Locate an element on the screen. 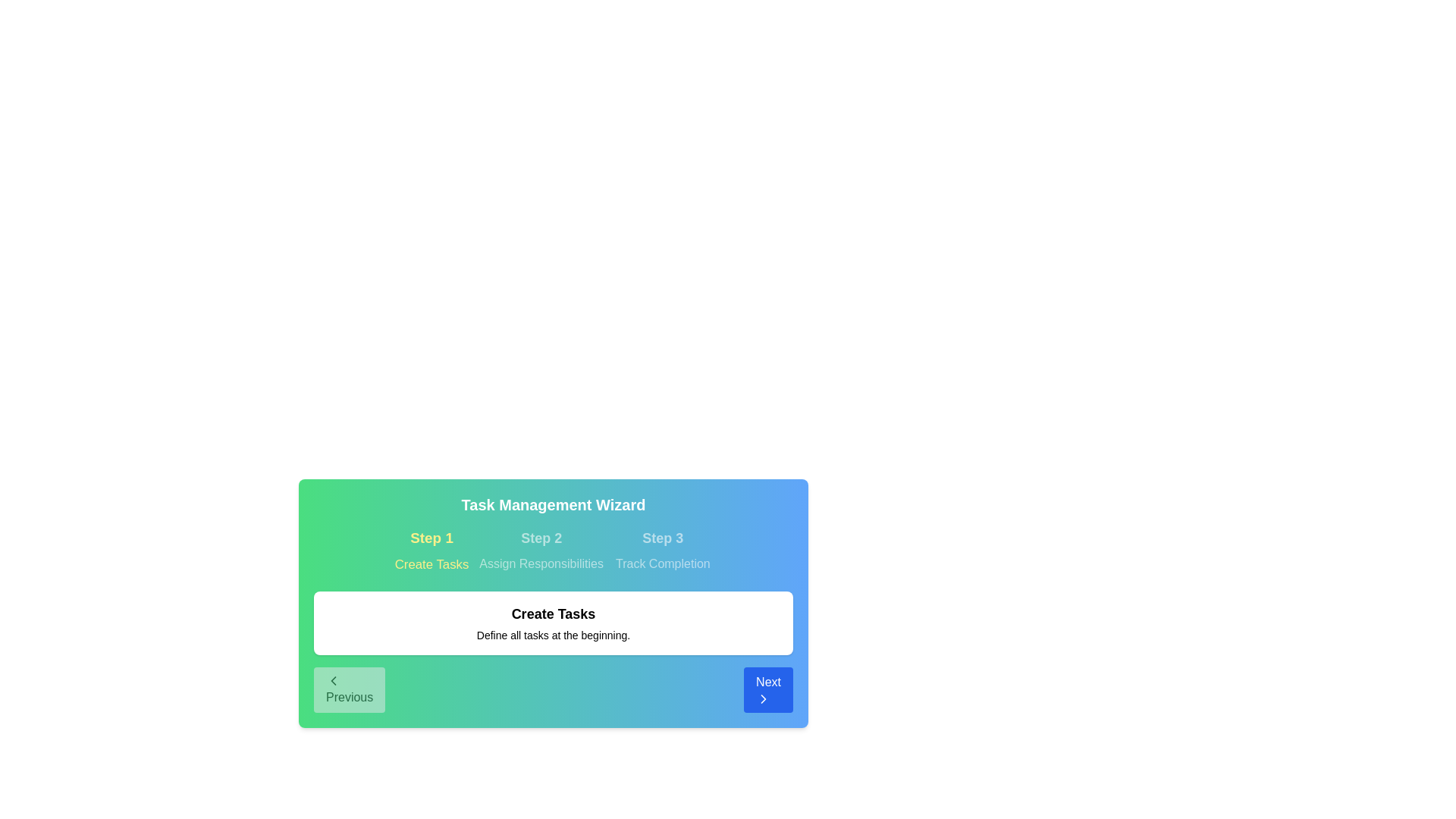  Next button to navigate through the steps is located at coordinates (768, 690).